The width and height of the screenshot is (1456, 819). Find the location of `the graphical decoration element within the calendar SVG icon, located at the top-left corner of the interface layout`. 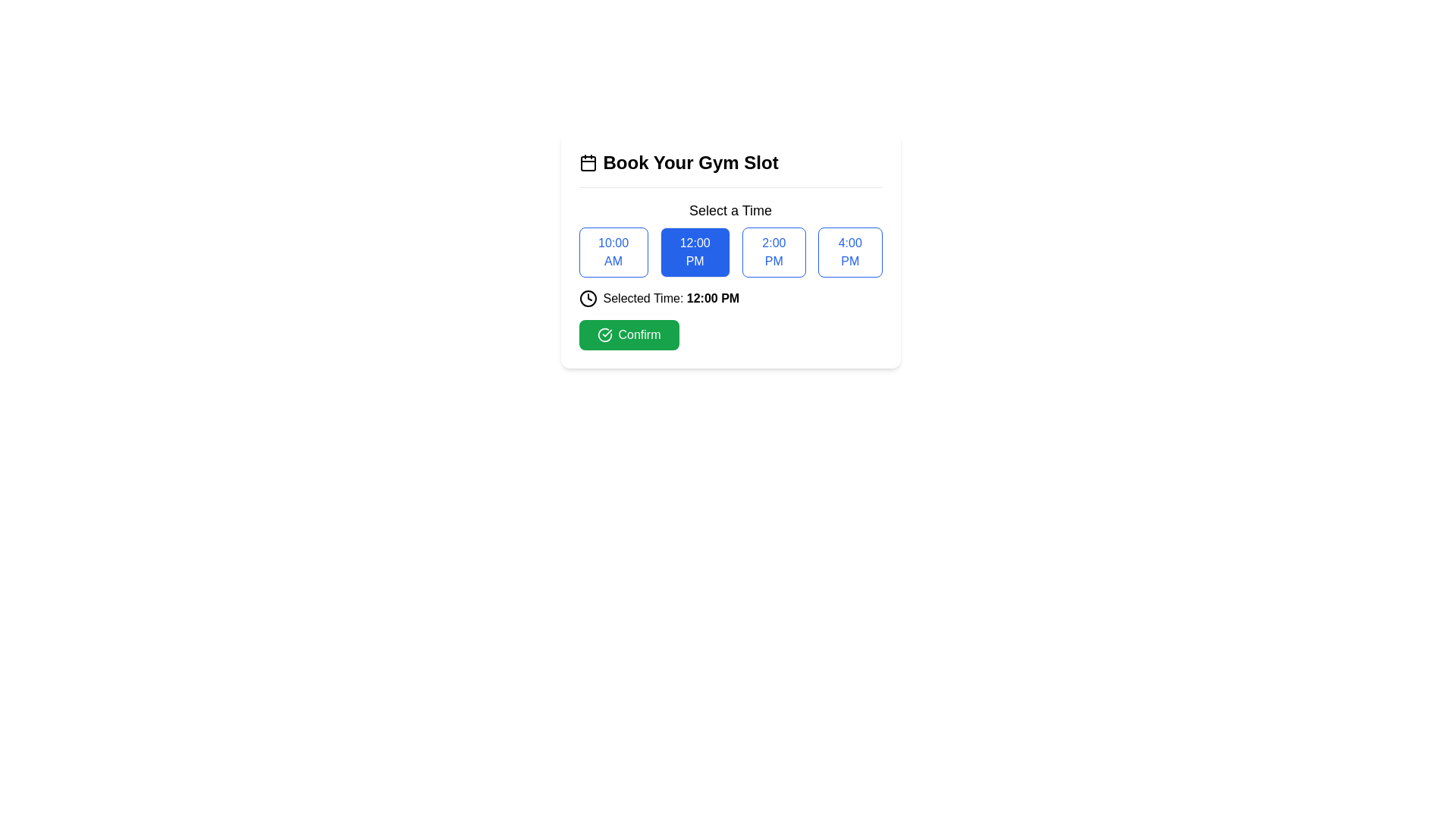

the graphical decoration element within the calendar SVG icon, located at the top-left corner of the interface layout is located at coordinates (587, 164).